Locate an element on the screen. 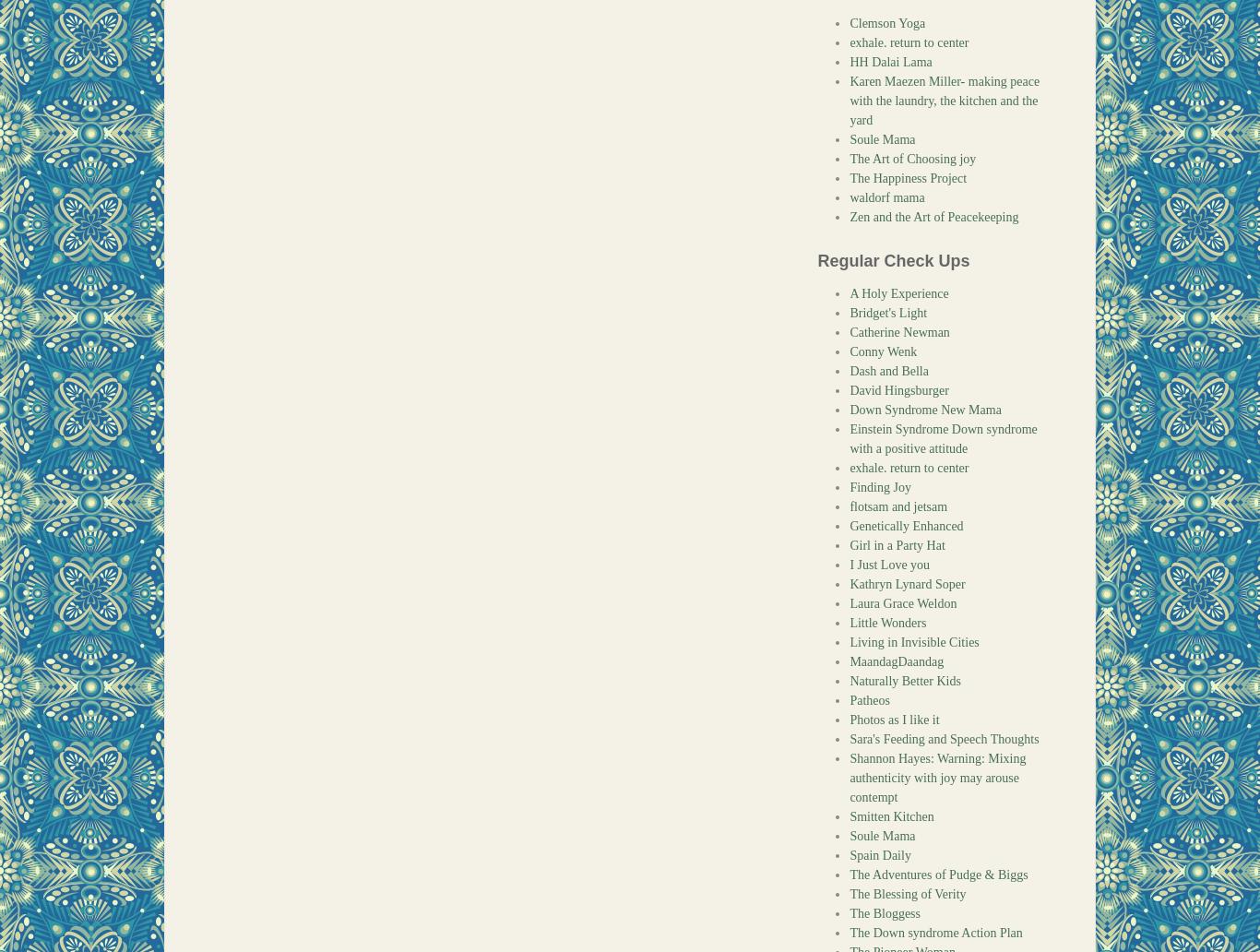 The height and width of the screenshot is (952, 1260). 'The Adventures of Pudge & Biggs' is located at coordinates (938, 874).